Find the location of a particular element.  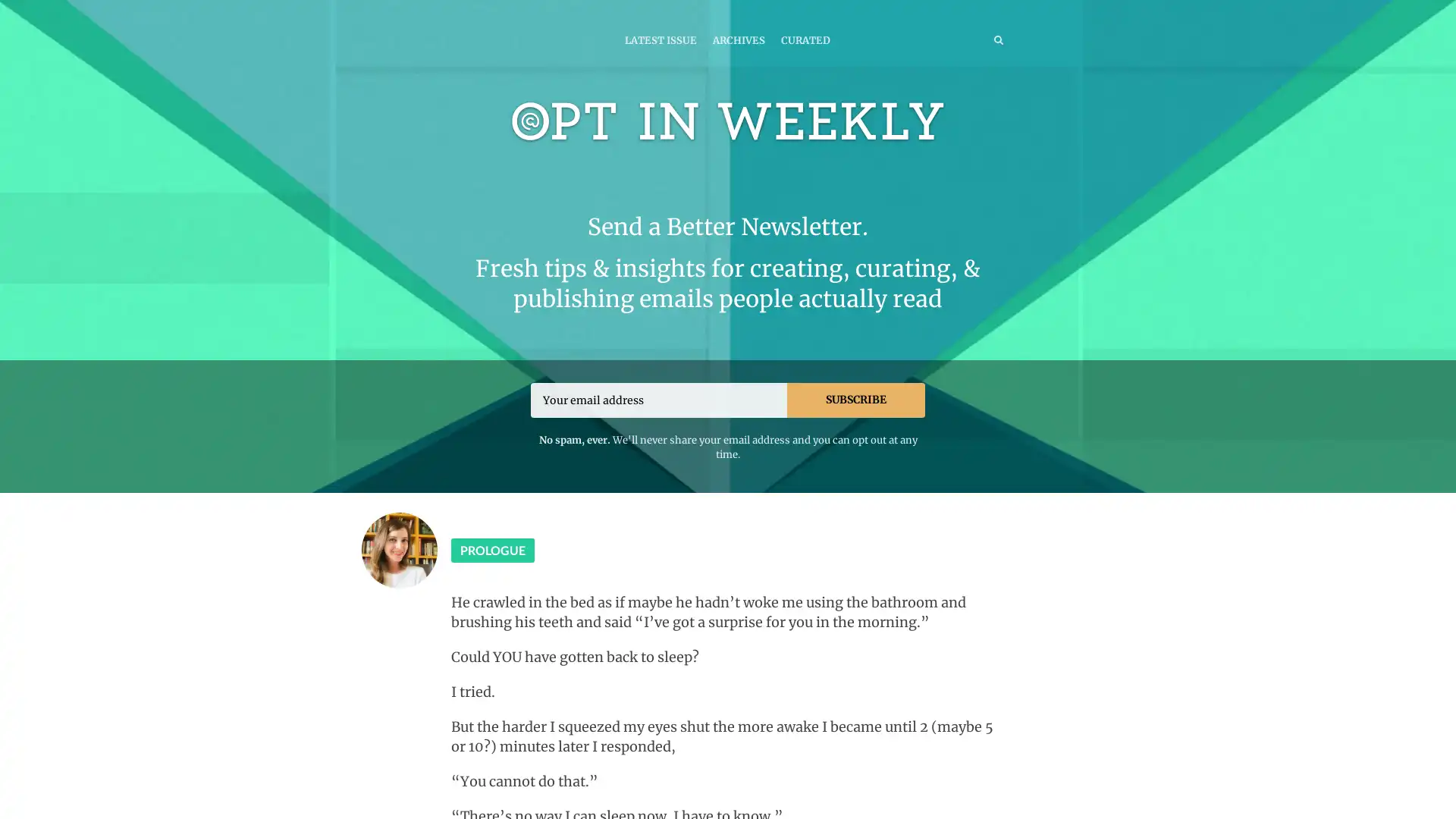

SUBSCRIBE is located at coordinates (855, 399).